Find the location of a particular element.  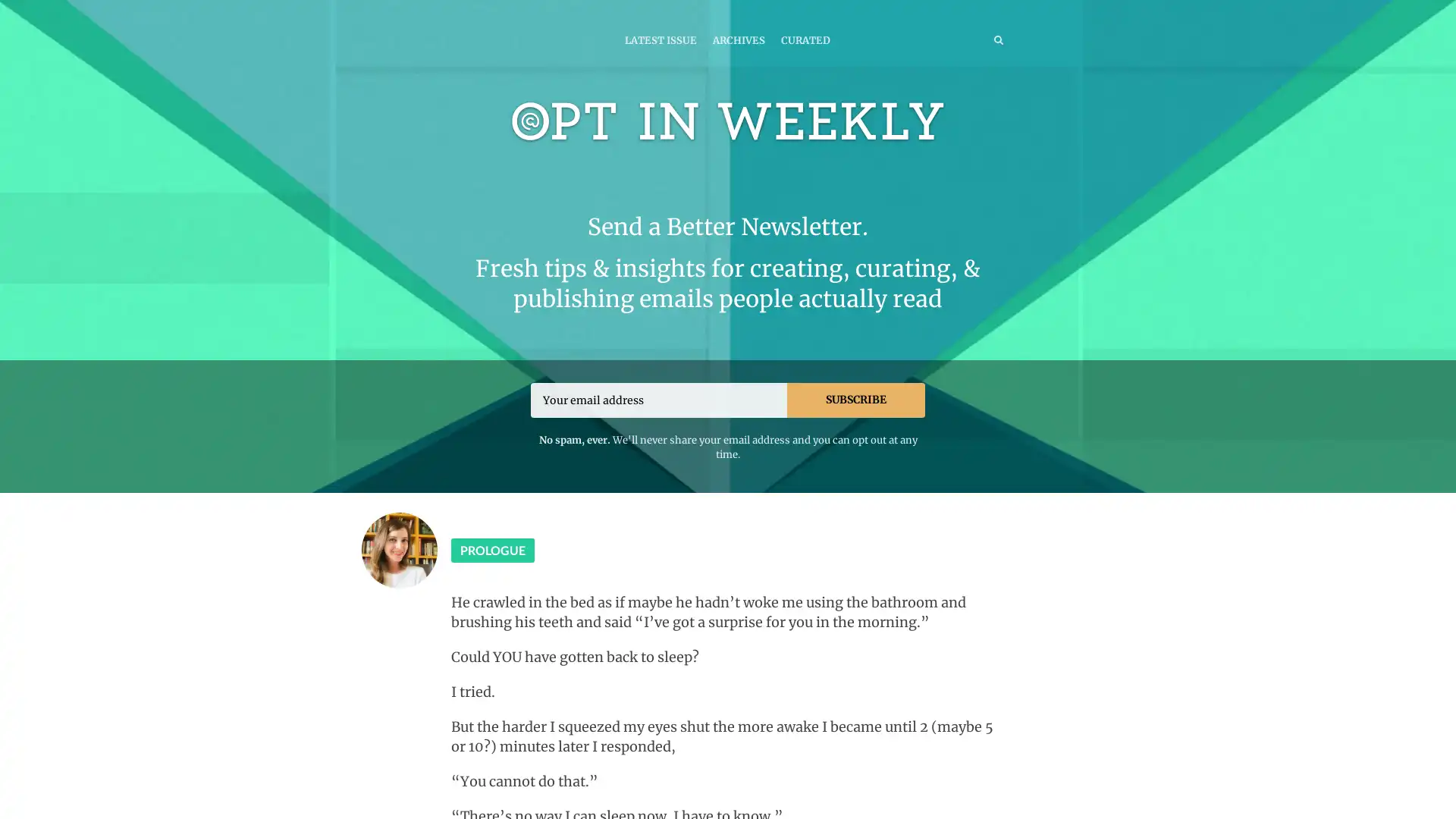

SUBSCRIBE is located at coordinates (855, 399).